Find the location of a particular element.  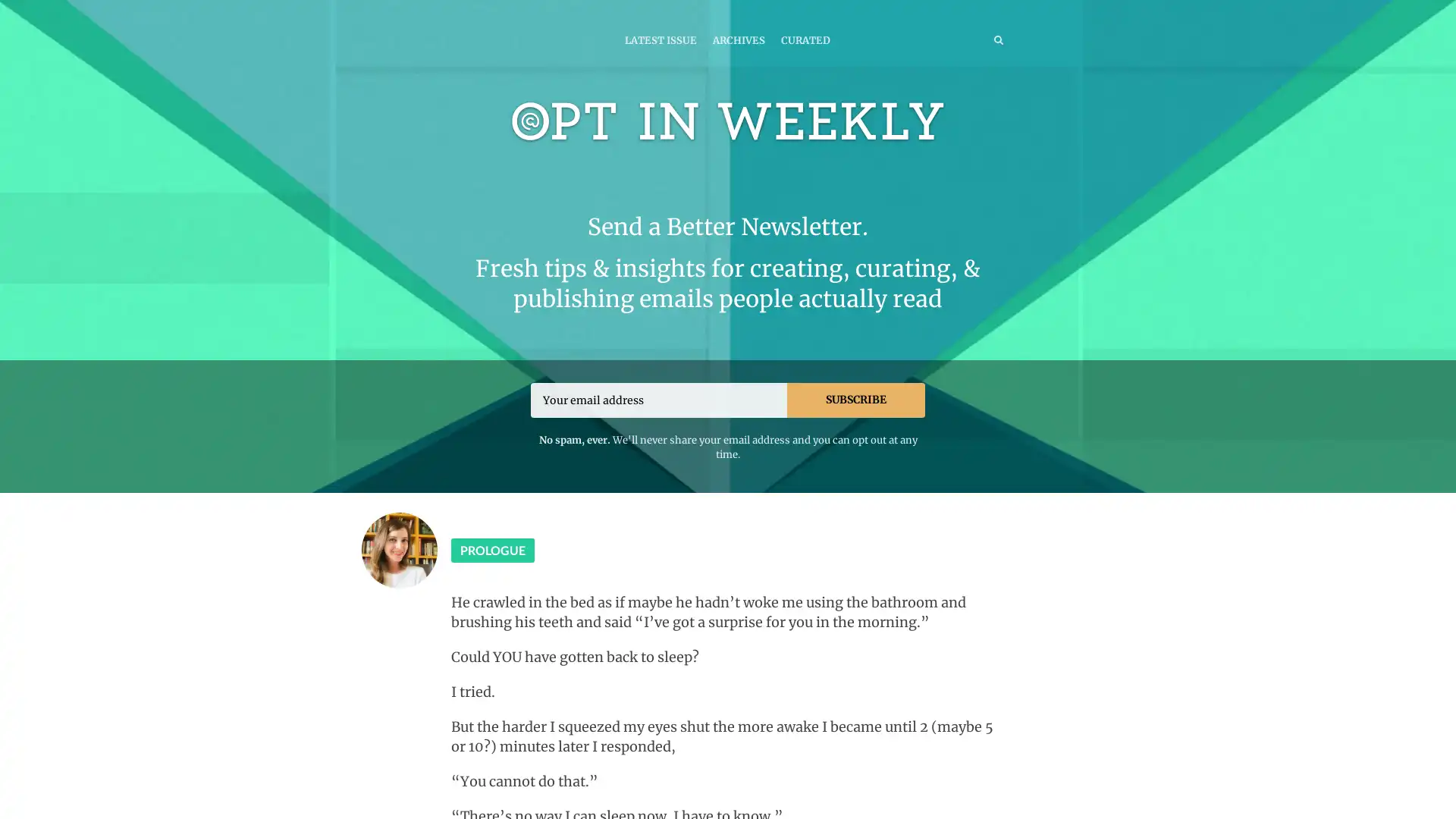

SUBSCRIBE is located at coordinates (855, 399).